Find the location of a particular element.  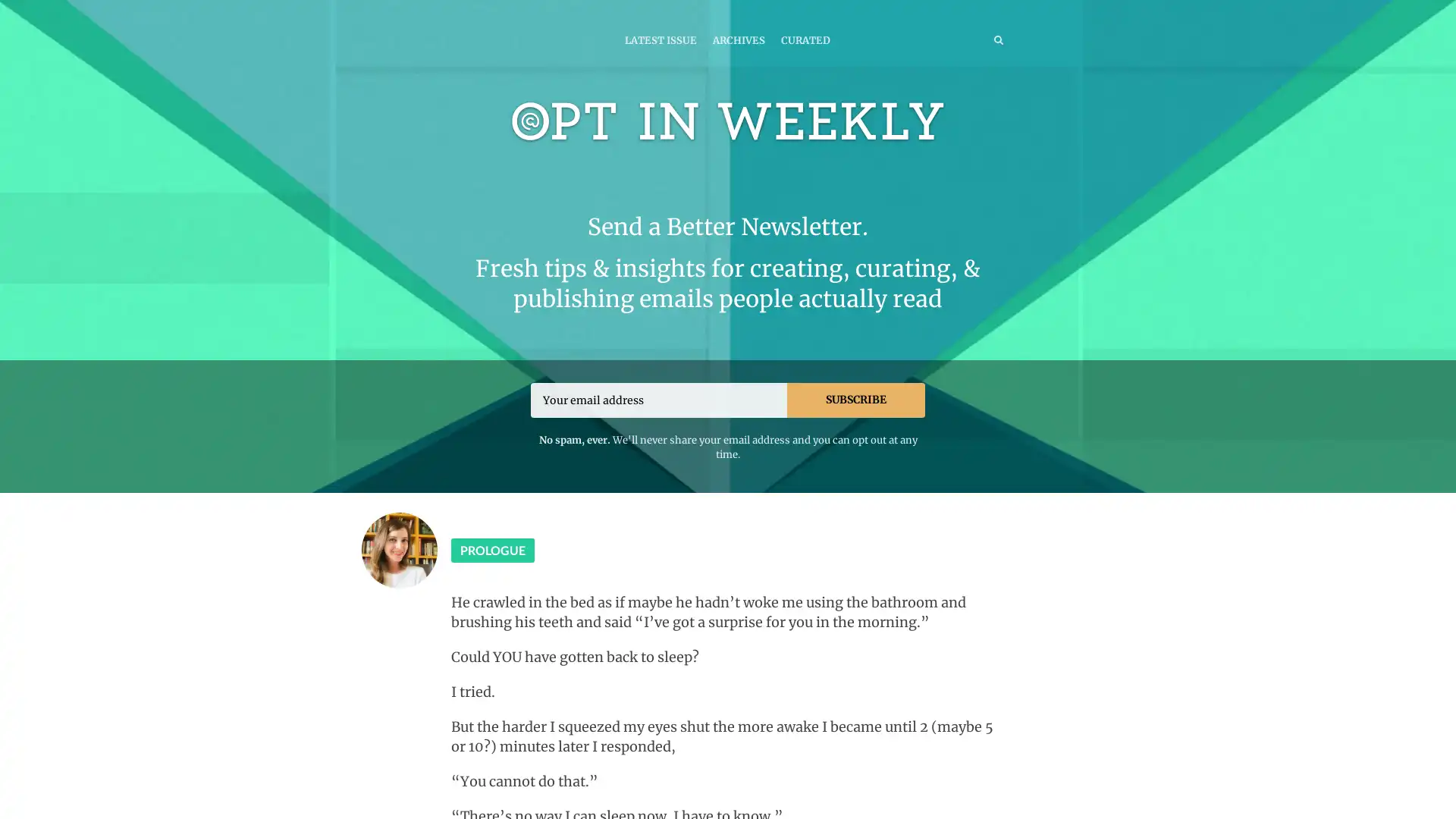

SUBSCRIBE is located at coordinates (855, 399).